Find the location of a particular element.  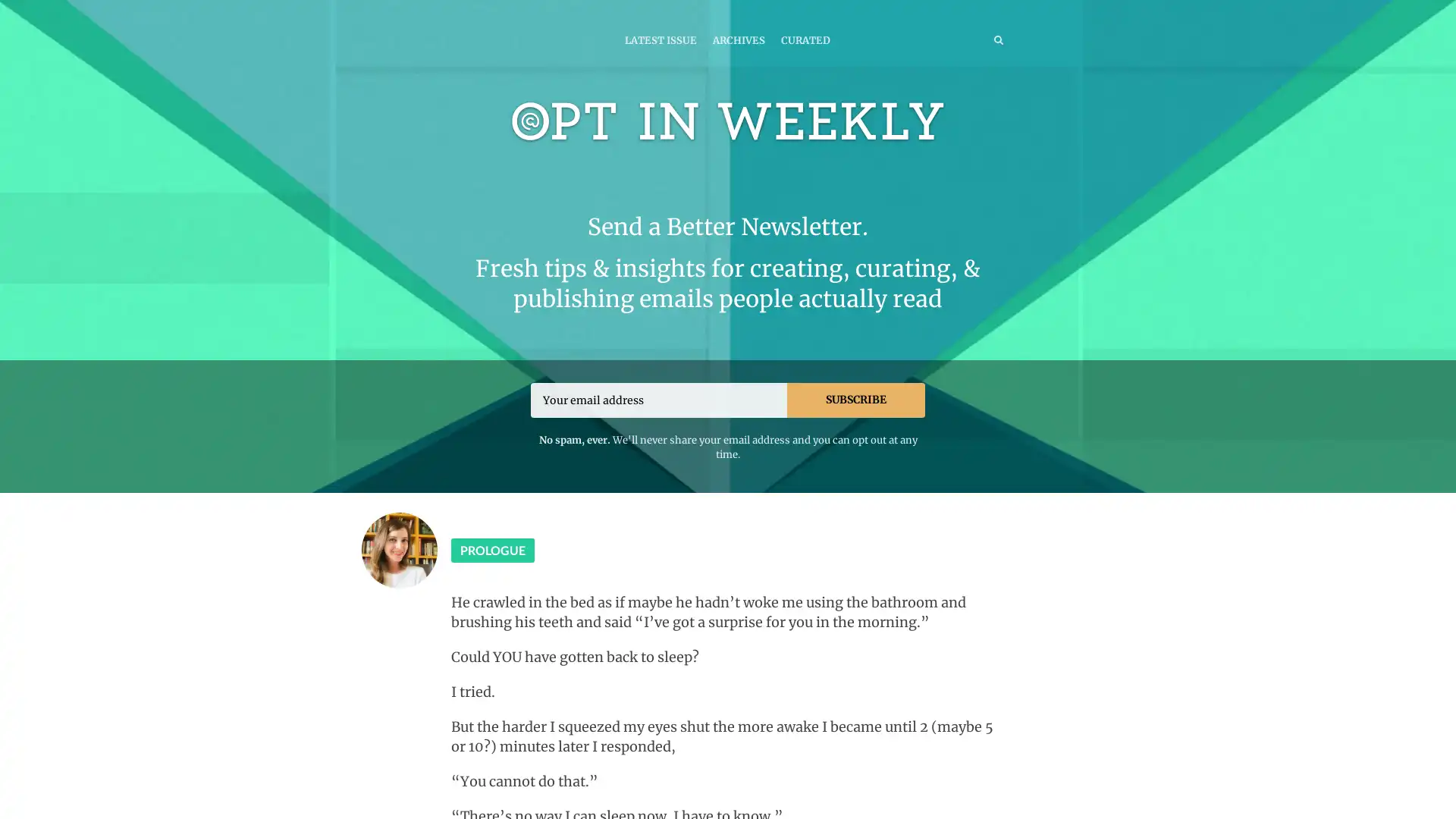

SUBSCRIBE is located at coordinates (855, 399).